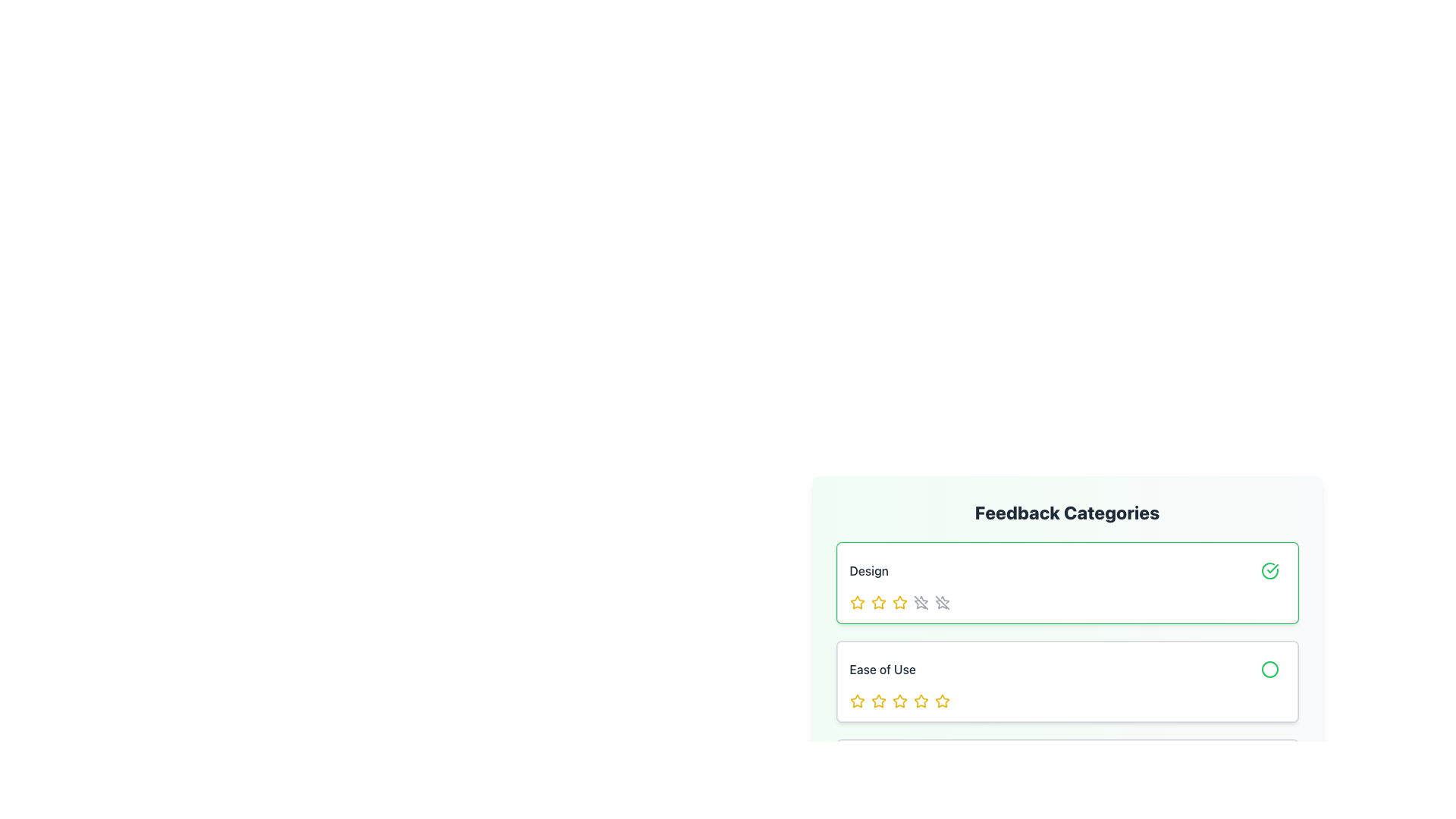  What do you see at coordinates (899, 601) in the screenshot?
I see `the third star icon in the Design feedback section` at bounding box center [899, 601].